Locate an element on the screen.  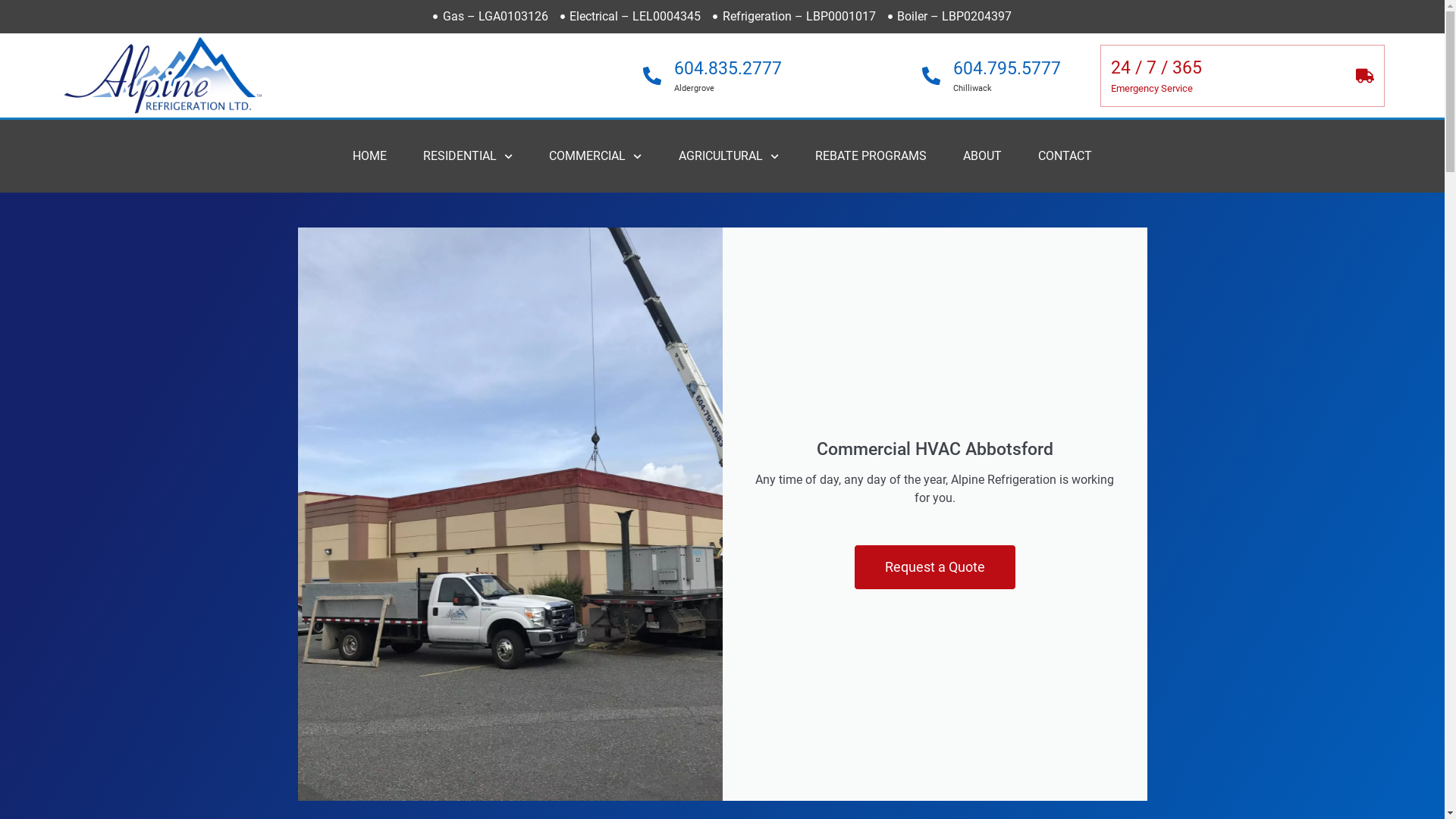
'CONTACT' is located at coordinates (1064, 155).